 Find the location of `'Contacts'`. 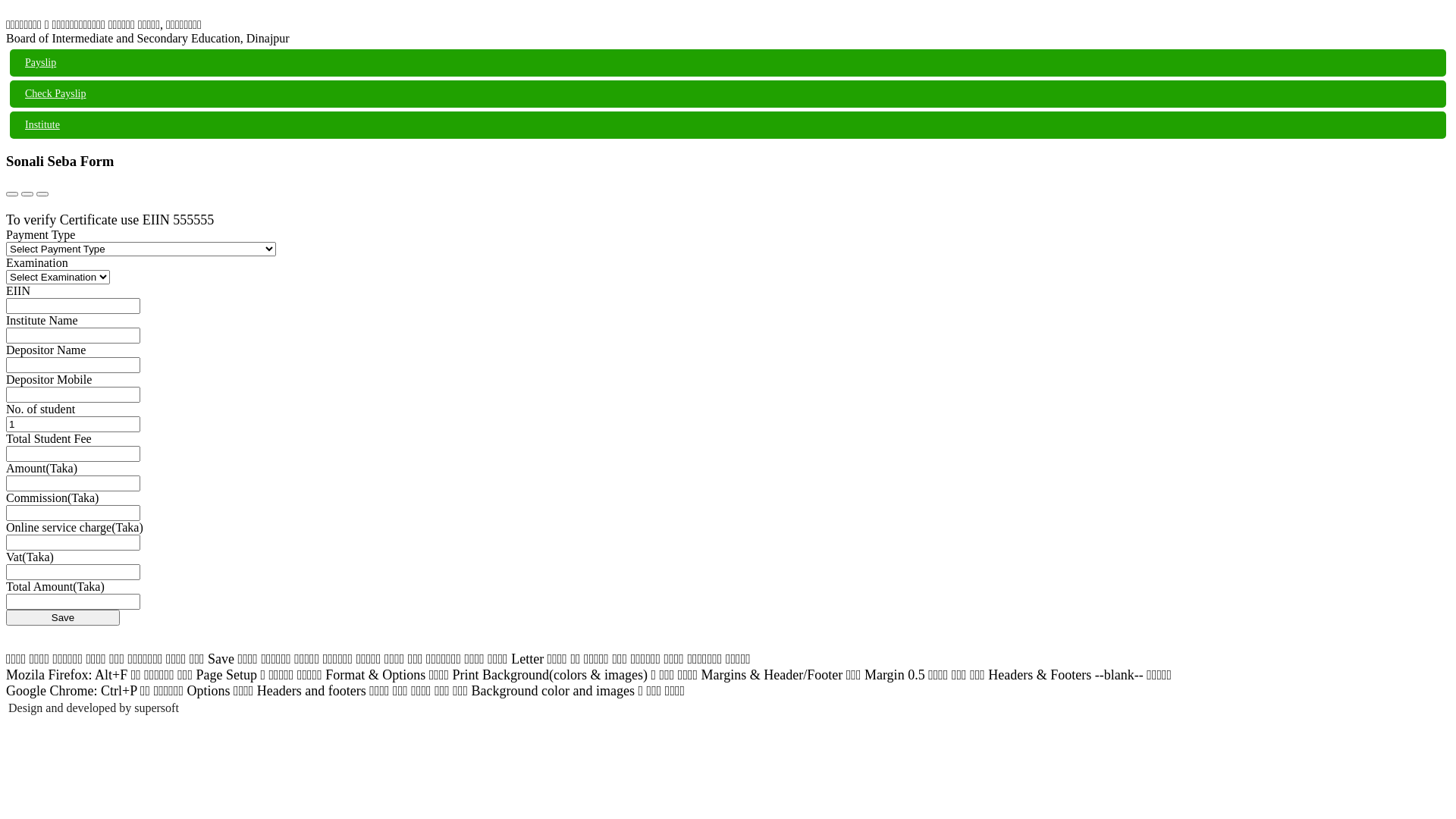

'Contacts' is located at coordinates (27, 193).